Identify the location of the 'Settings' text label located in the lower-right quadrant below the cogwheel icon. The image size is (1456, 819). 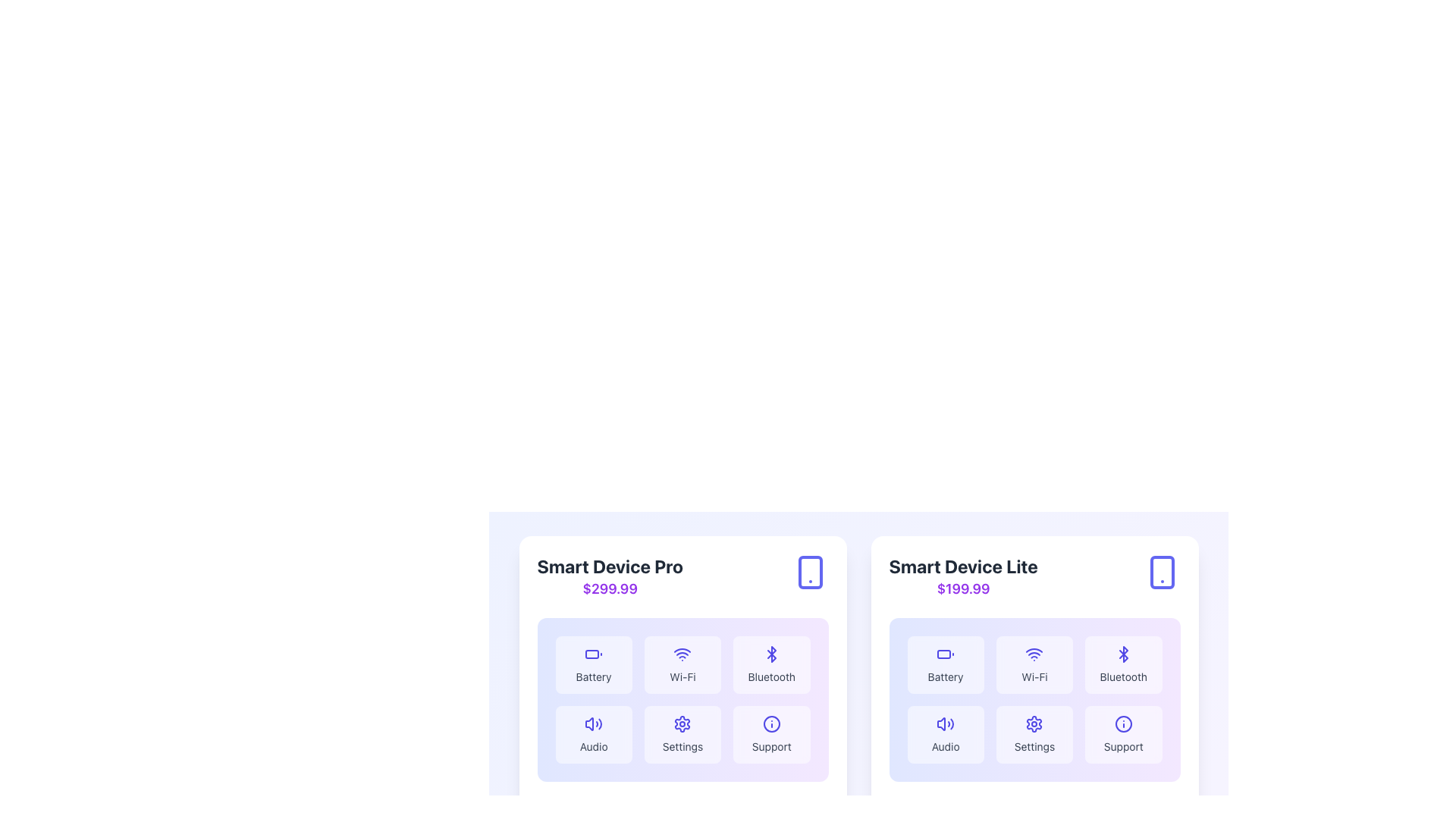
(682, 745).